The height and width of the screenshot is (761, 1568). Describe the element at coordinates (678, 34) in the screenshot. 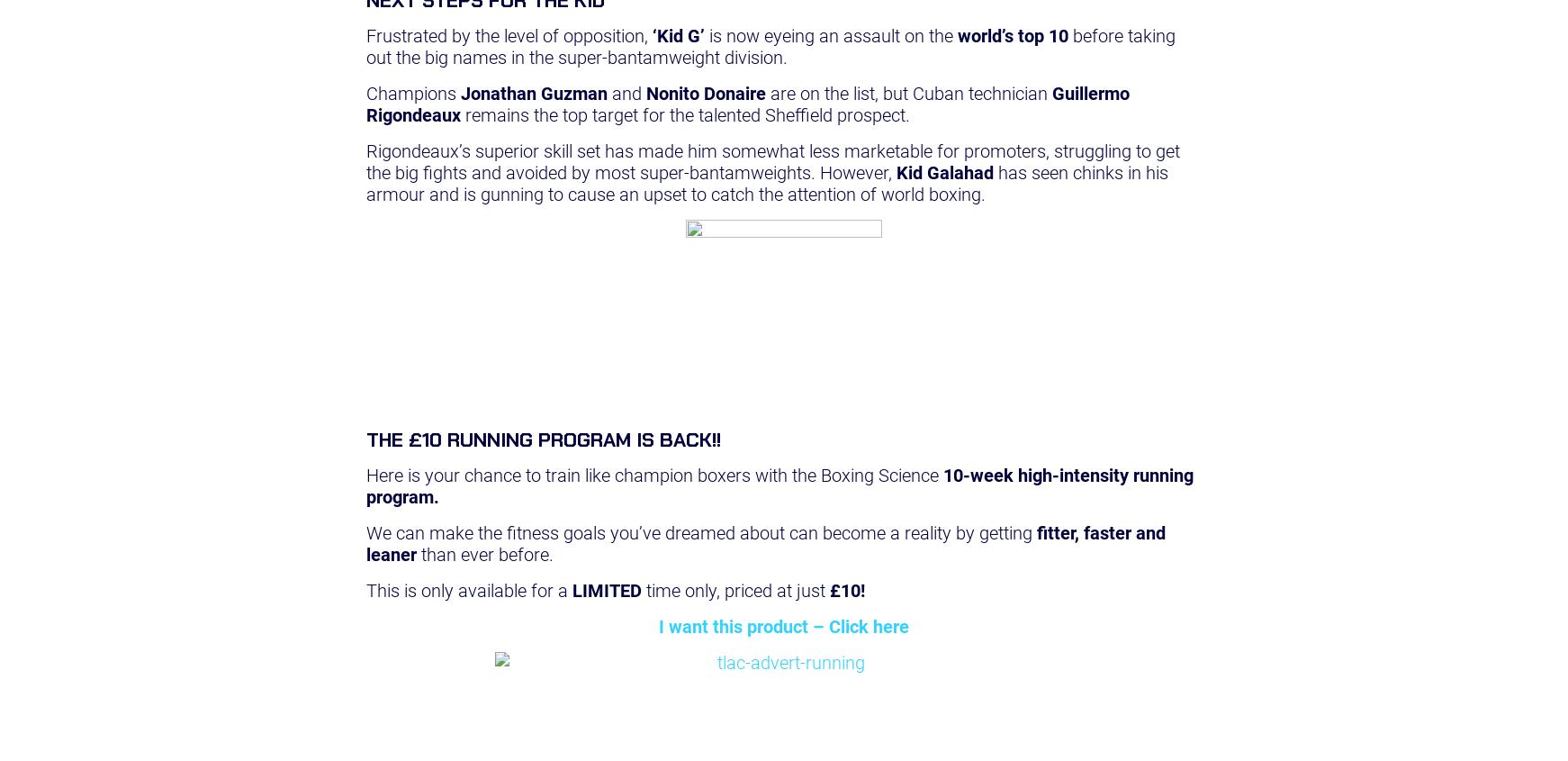

I see `'‘Kid G’'` at that location.